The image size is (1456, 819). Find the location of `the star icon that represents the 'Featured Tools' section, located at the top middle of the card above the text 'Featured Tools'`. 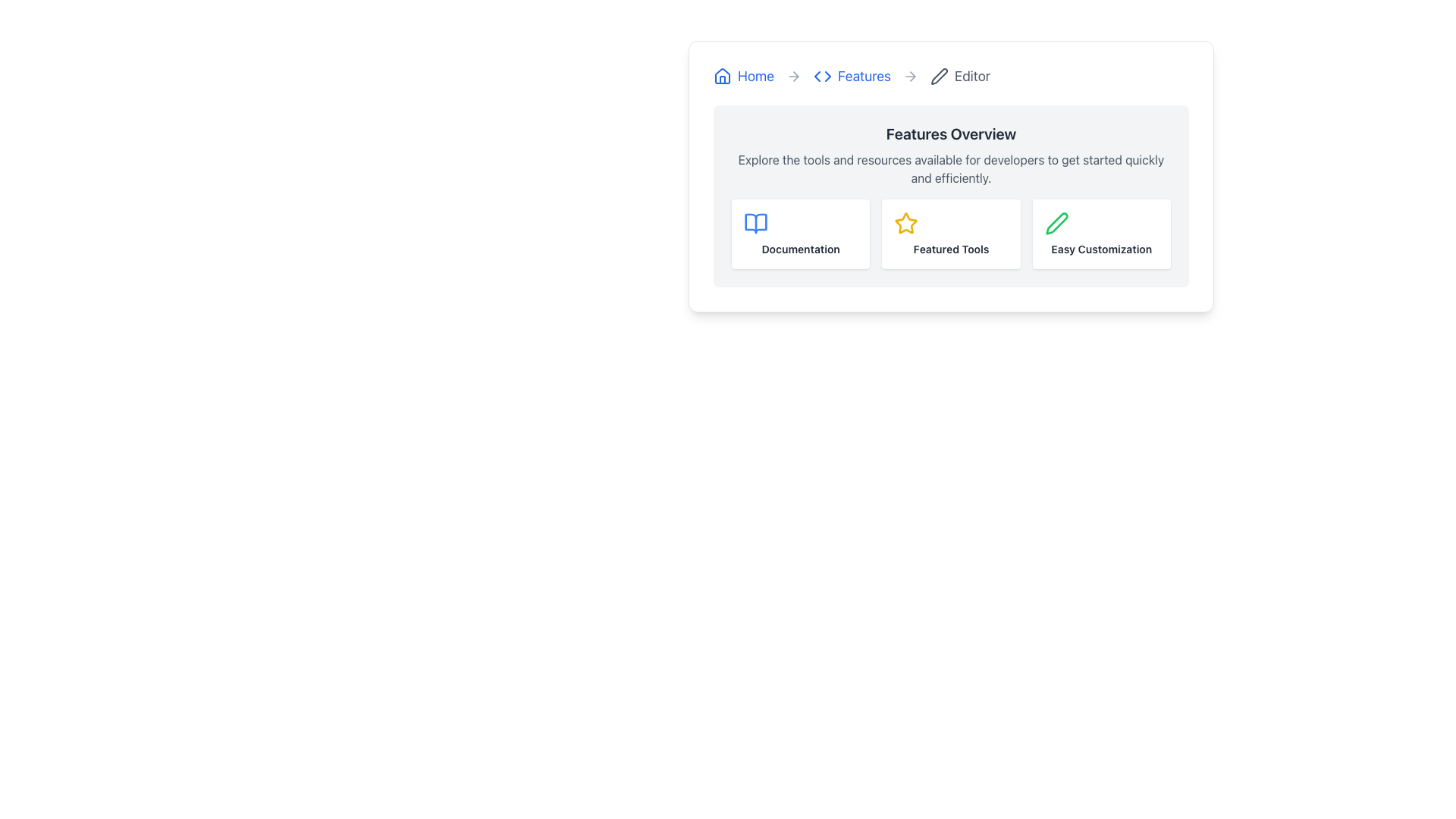

the star icon that represents the 'Featured Tools' section, located at the top middle of the card above the text 'Featured Tools' is located at coordinates (906, 223).